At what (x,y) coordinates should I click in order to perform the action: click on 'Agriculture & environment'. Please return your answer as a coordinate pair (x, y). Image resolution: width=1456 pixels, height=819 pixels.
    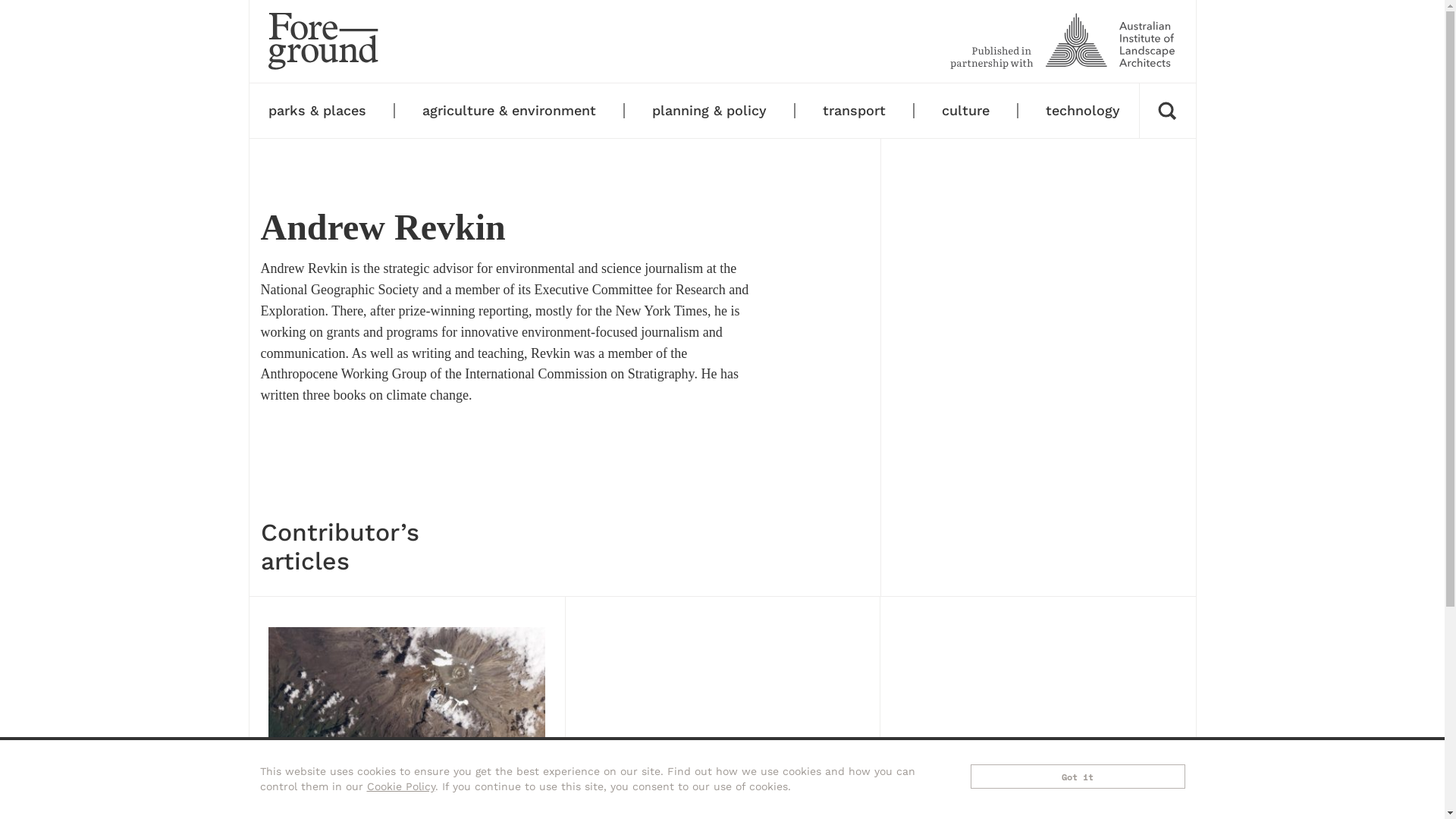
    Looking at the image, I should click on (366, 806).